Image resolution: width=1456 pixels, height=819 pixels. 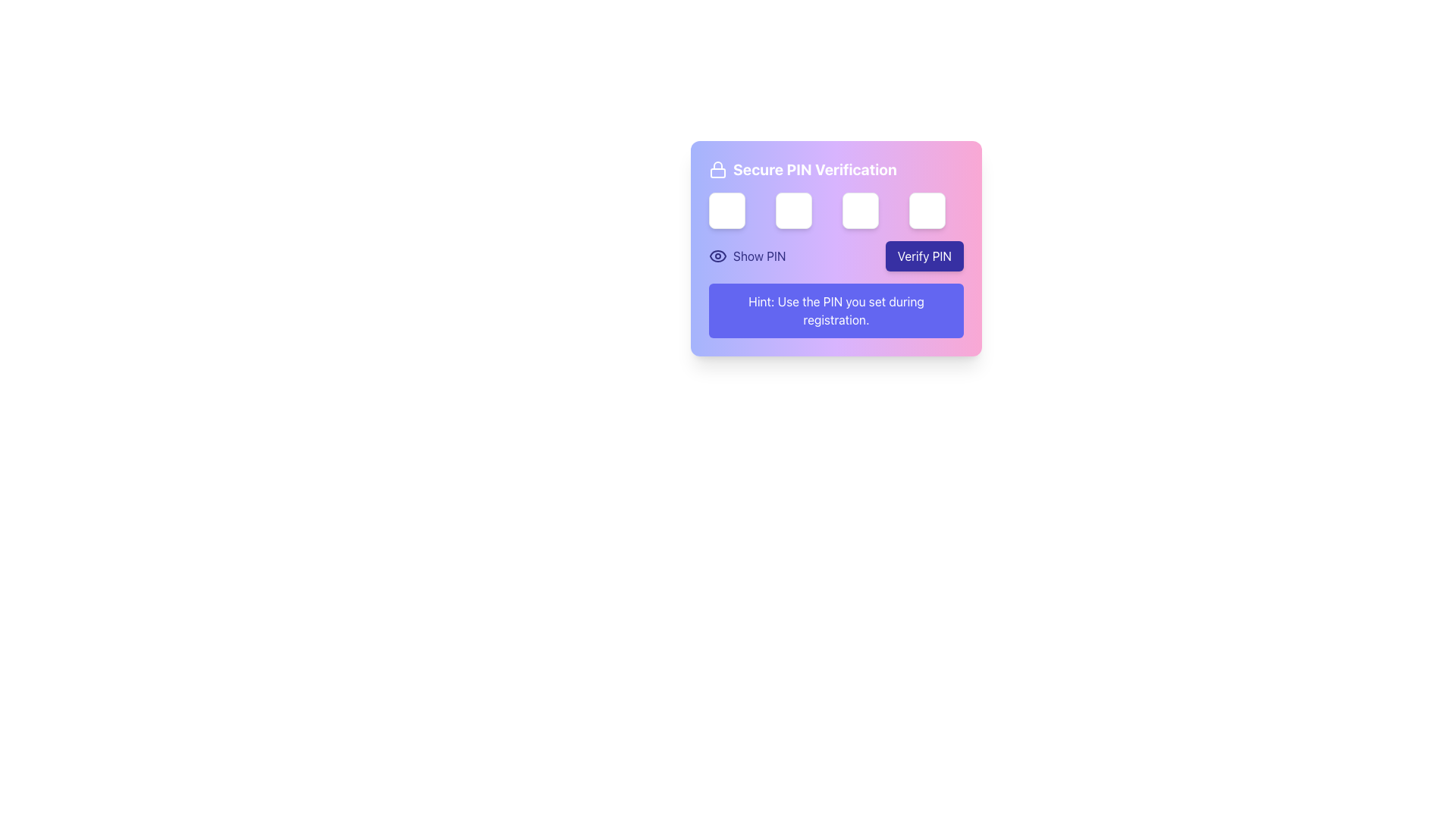 What do you see at coordinates (747, 256) in the screenshot?
I see `the PIN reveal button located at the lower left corner of the secure PIN verification UI` at bounding box center [747, 256].